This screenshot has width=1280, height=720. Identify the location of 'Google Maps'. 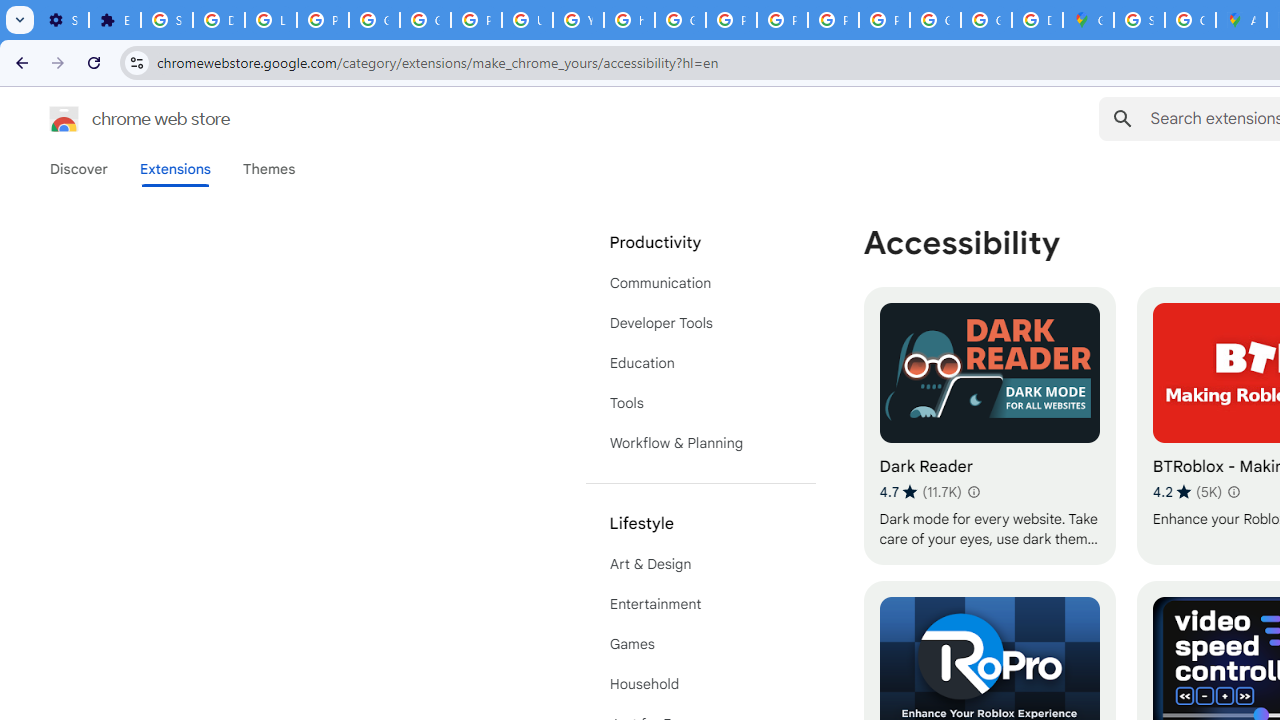
(1087, 20).